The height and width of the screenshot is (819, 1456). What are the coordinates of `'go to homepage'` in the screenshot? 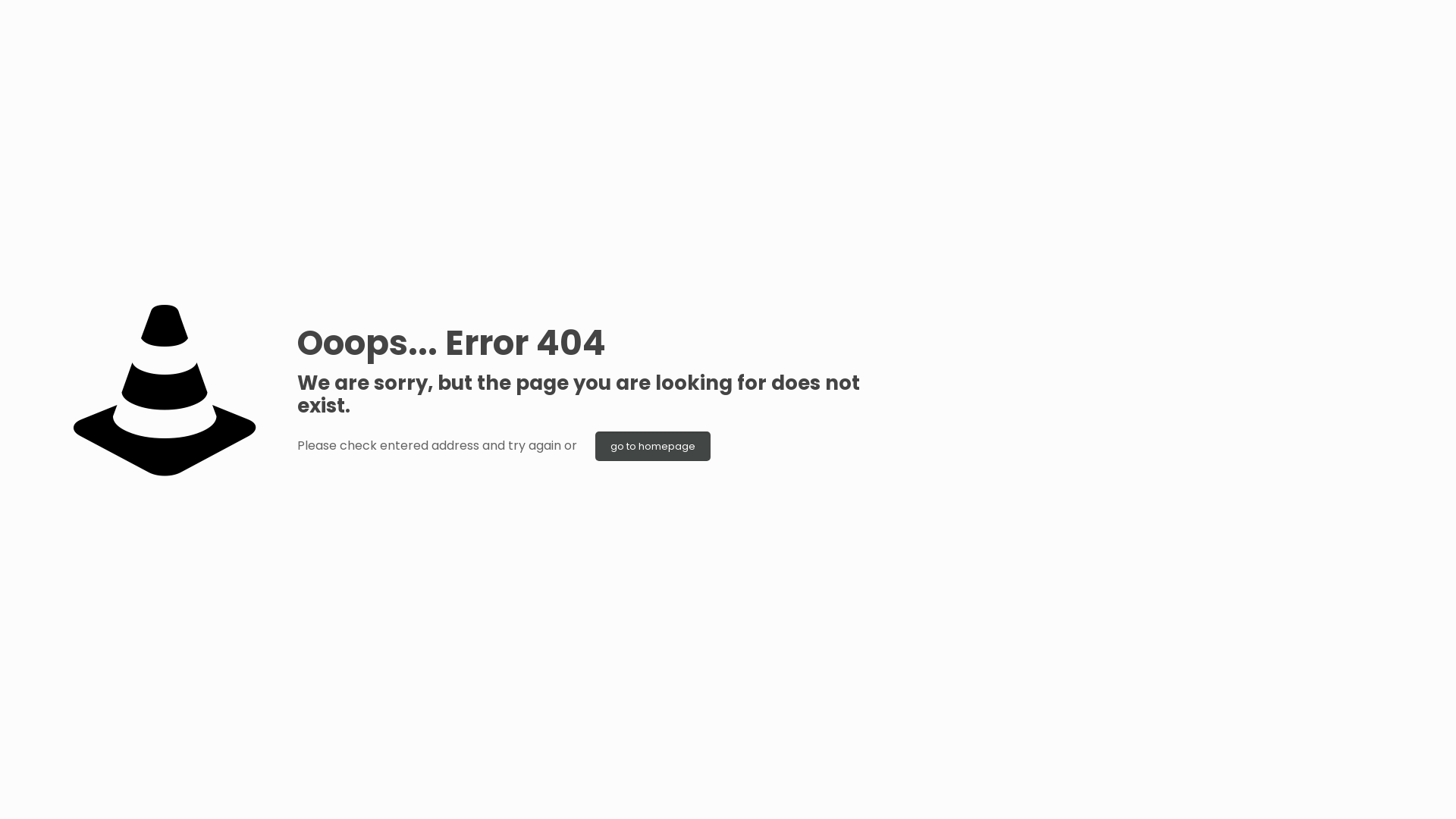 It's located at (595, 445).